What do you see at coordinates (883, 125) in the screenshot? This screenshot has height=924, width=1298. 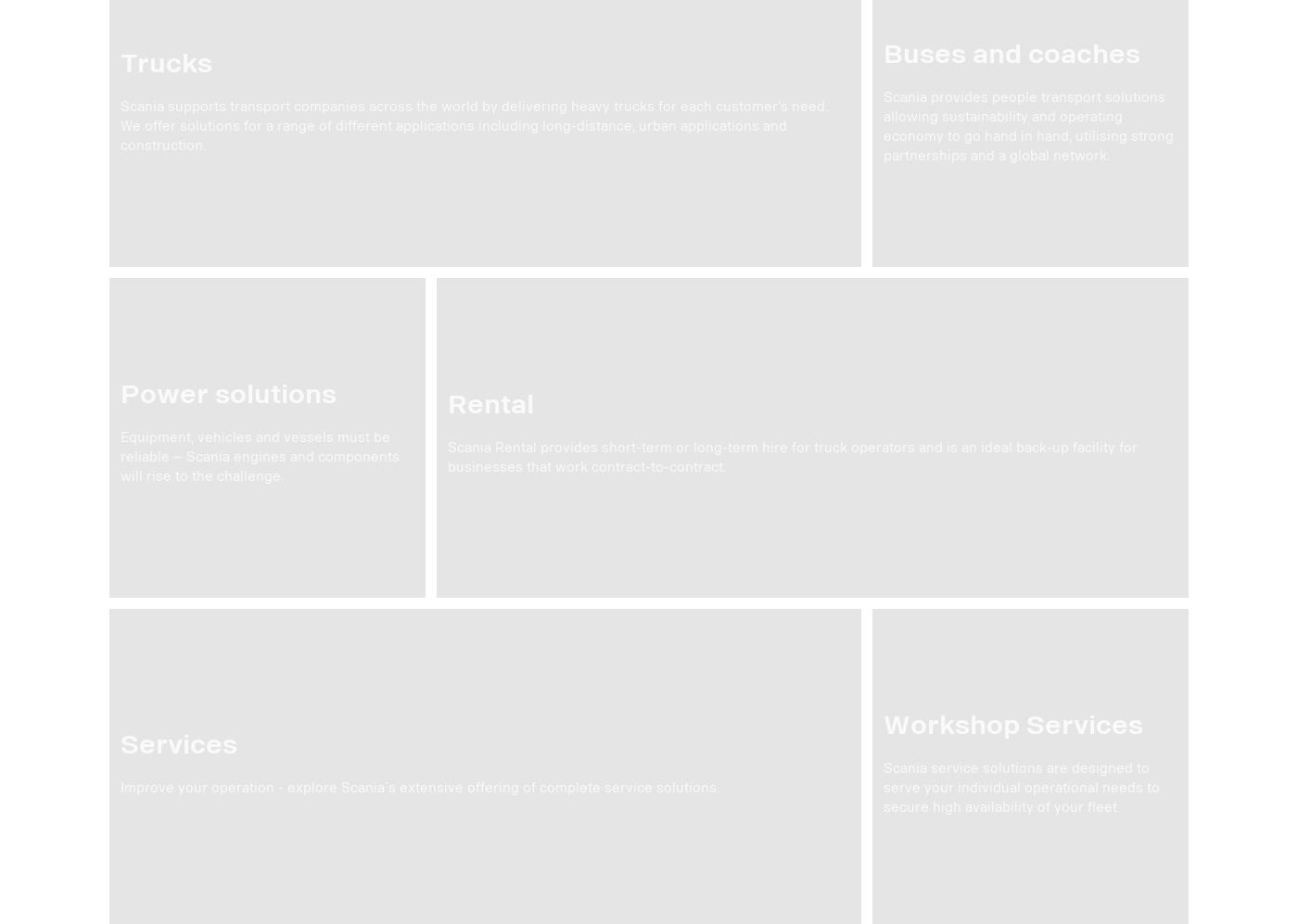 I see `'Scania provides people transport solutions allowing sustainability and operating economy to go hand in hand, utilising strong partnerships and a global network.'` at bounding box center [883, 125].